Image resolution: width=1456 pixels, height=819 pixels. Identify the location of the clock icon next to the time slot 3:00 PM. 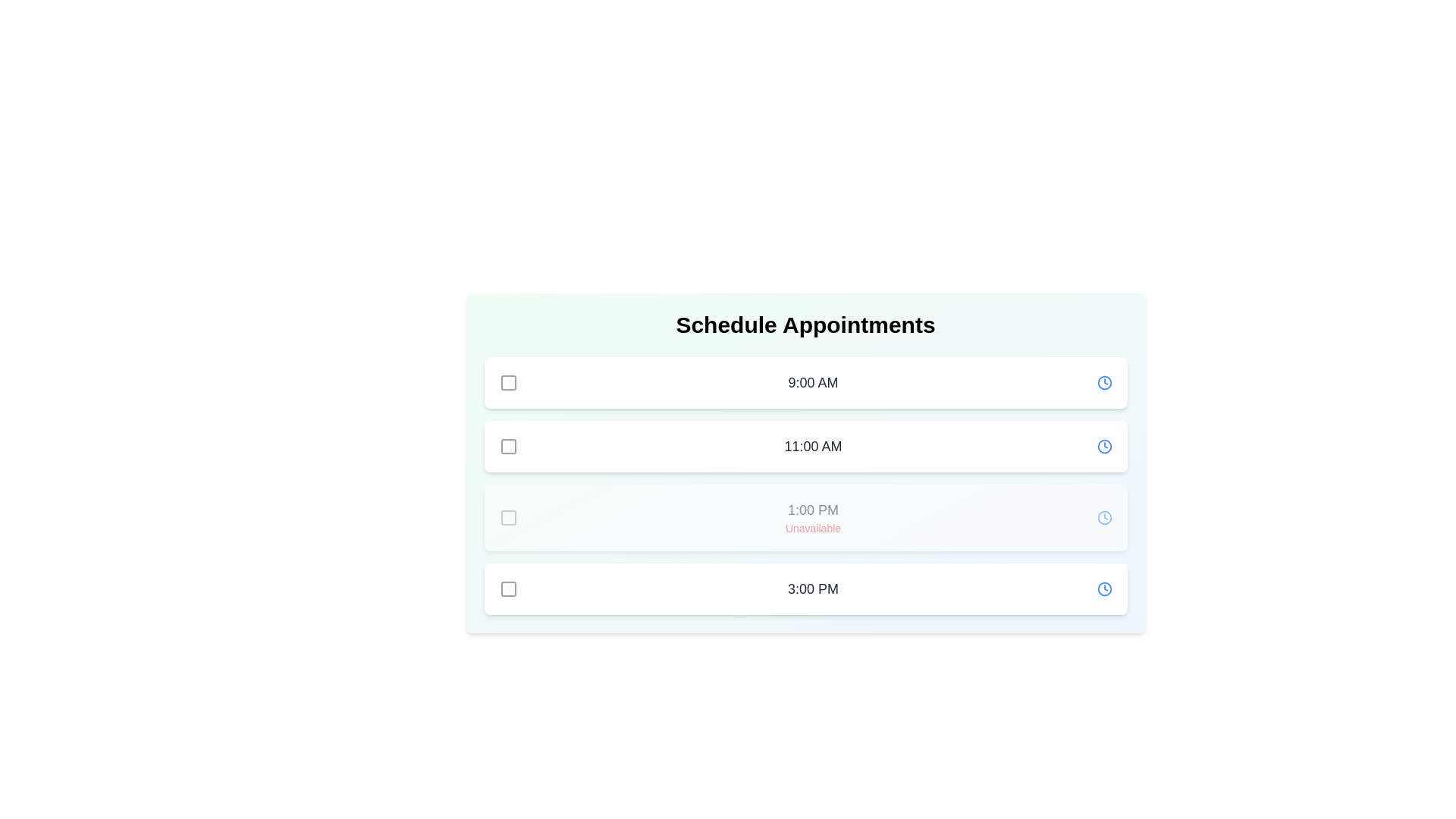
(1104, 588).